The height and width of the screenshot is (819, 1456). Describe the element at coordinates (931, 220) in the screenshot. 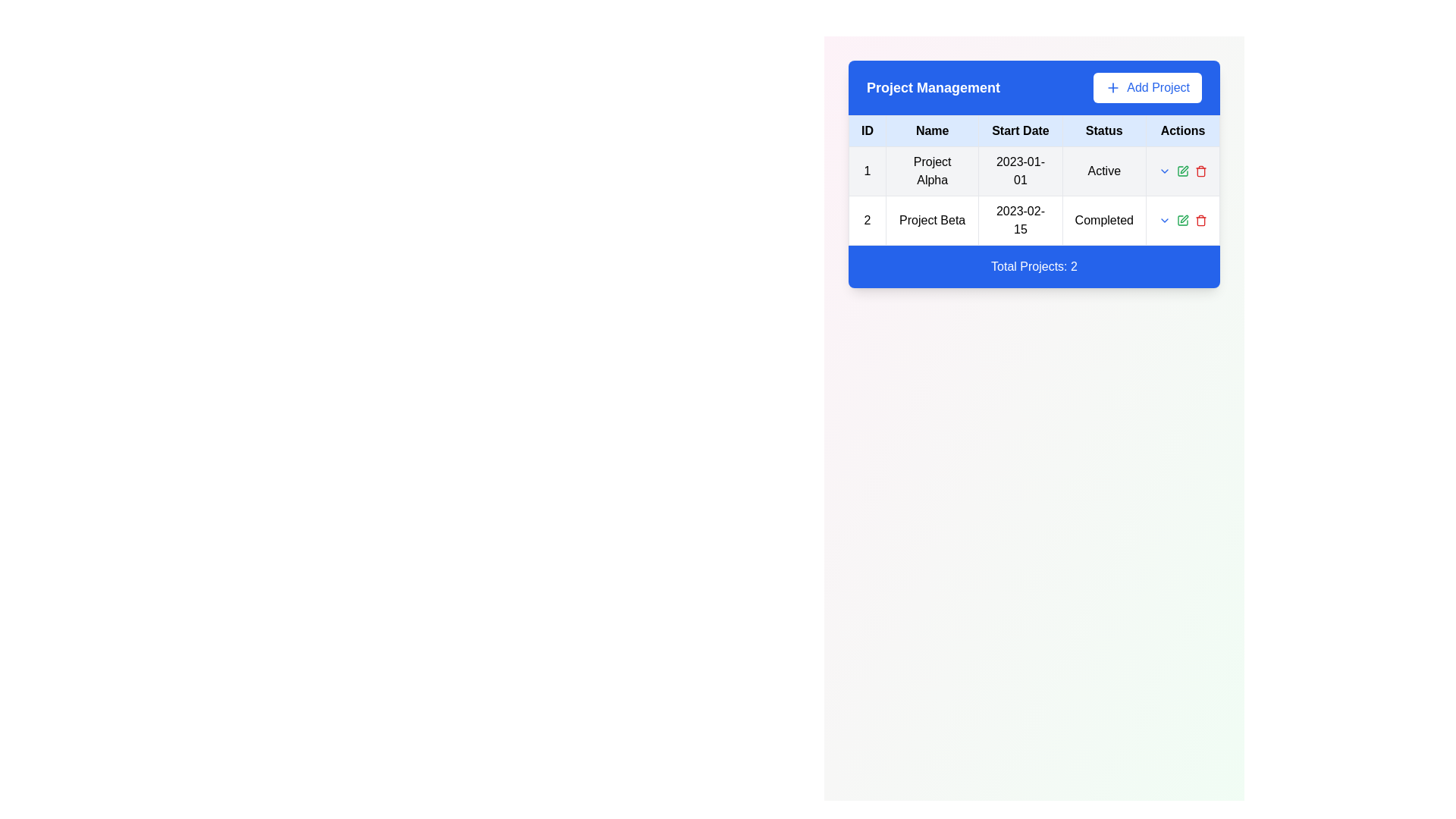

I see `the text display element that shows the project name 'Project Beta' located in the second row and second column of the table under the 'Name' column` at that location.